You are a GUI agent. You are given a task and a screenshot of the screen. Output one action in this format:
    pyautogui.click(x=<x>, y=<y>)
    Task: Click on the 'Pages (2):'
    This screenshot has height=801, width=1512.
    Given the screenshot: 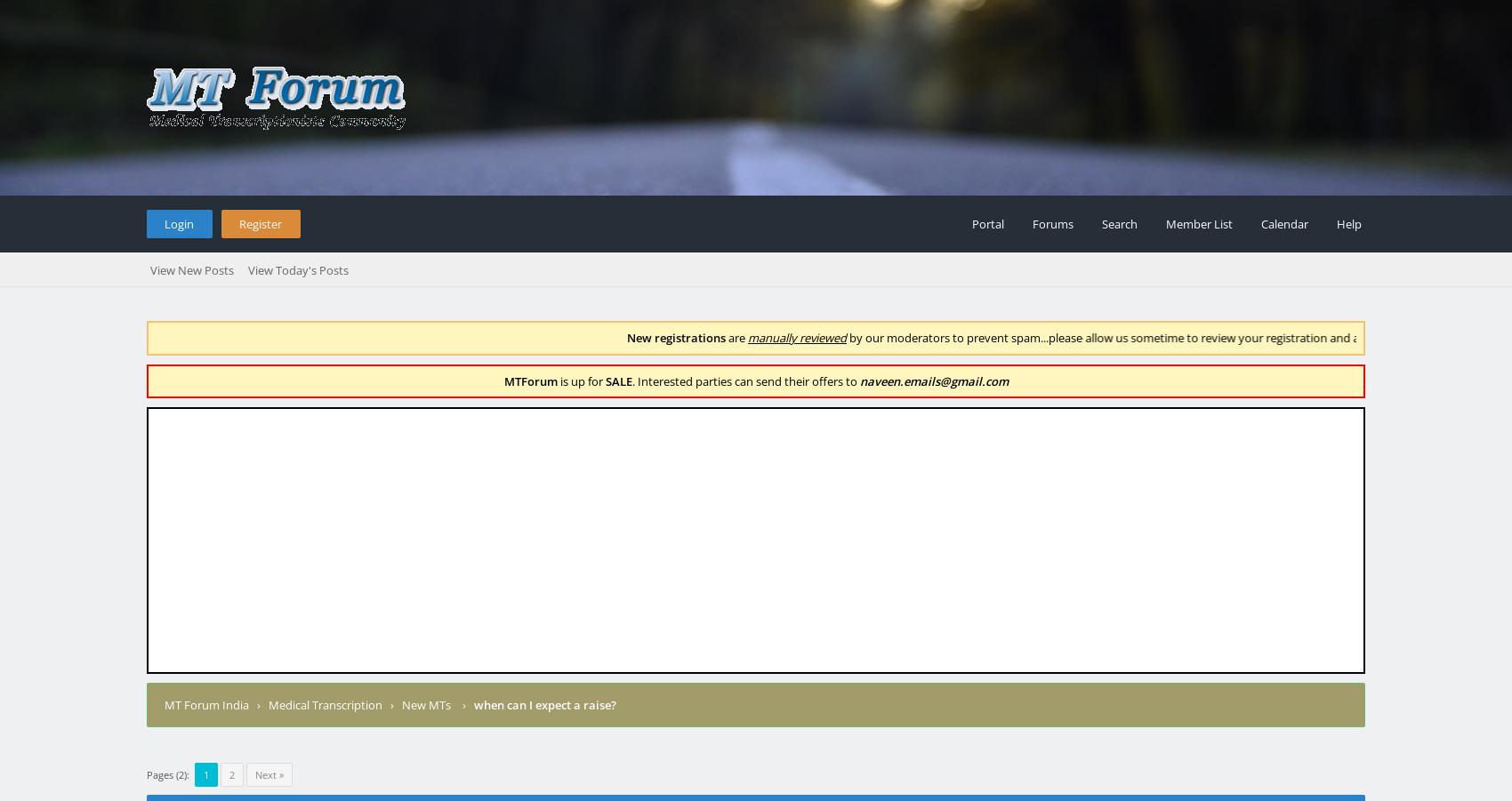 What is the action you would take?
    pyautogui.click(x=167, y=773)
    